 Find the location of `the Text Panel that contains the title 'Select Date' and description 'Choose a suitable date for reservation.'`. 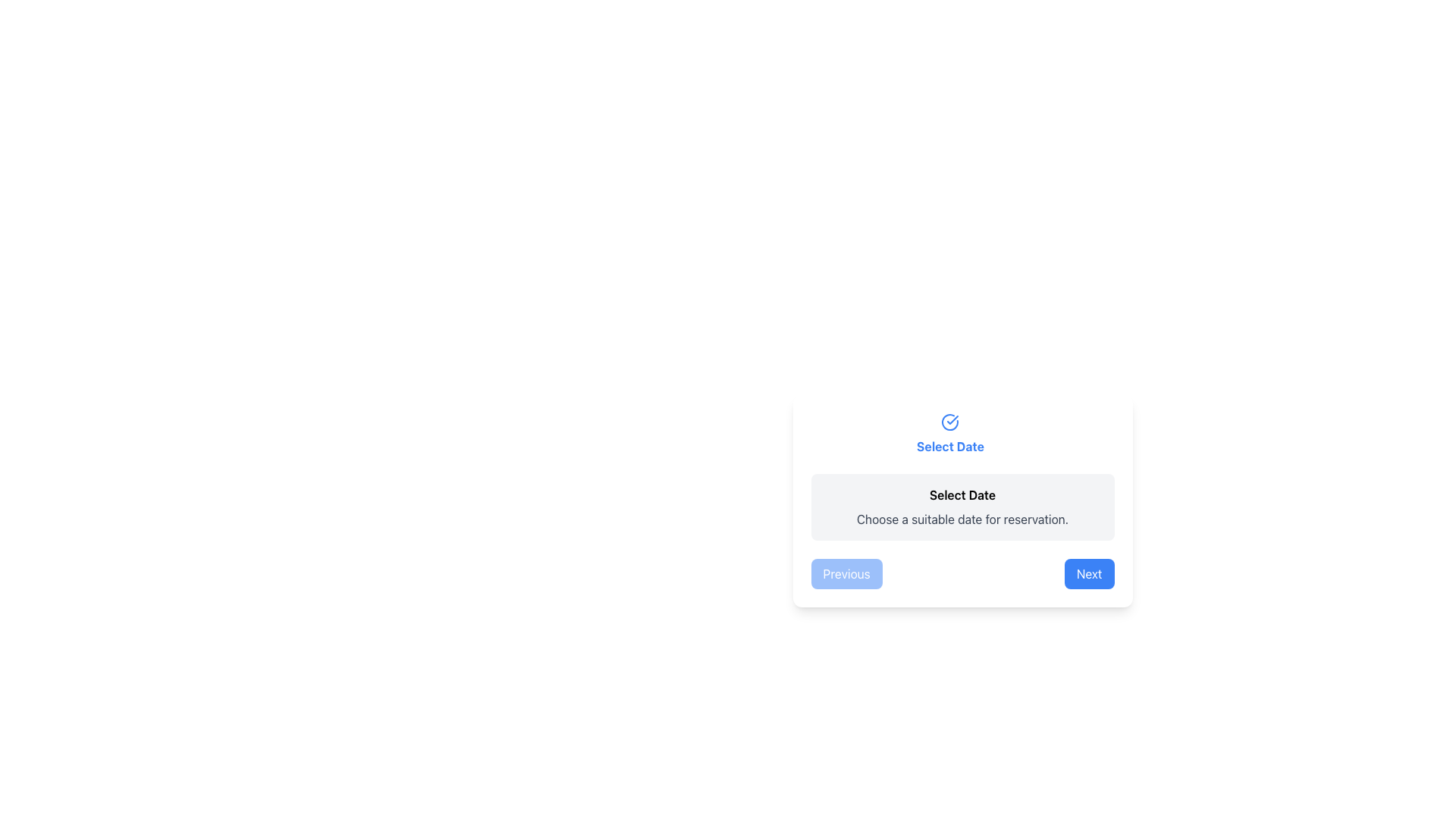

the Text Panel that contains the title 'Select Date' and description 'Choose a suitable date for reservation.' is located at coordinates (962, 507).